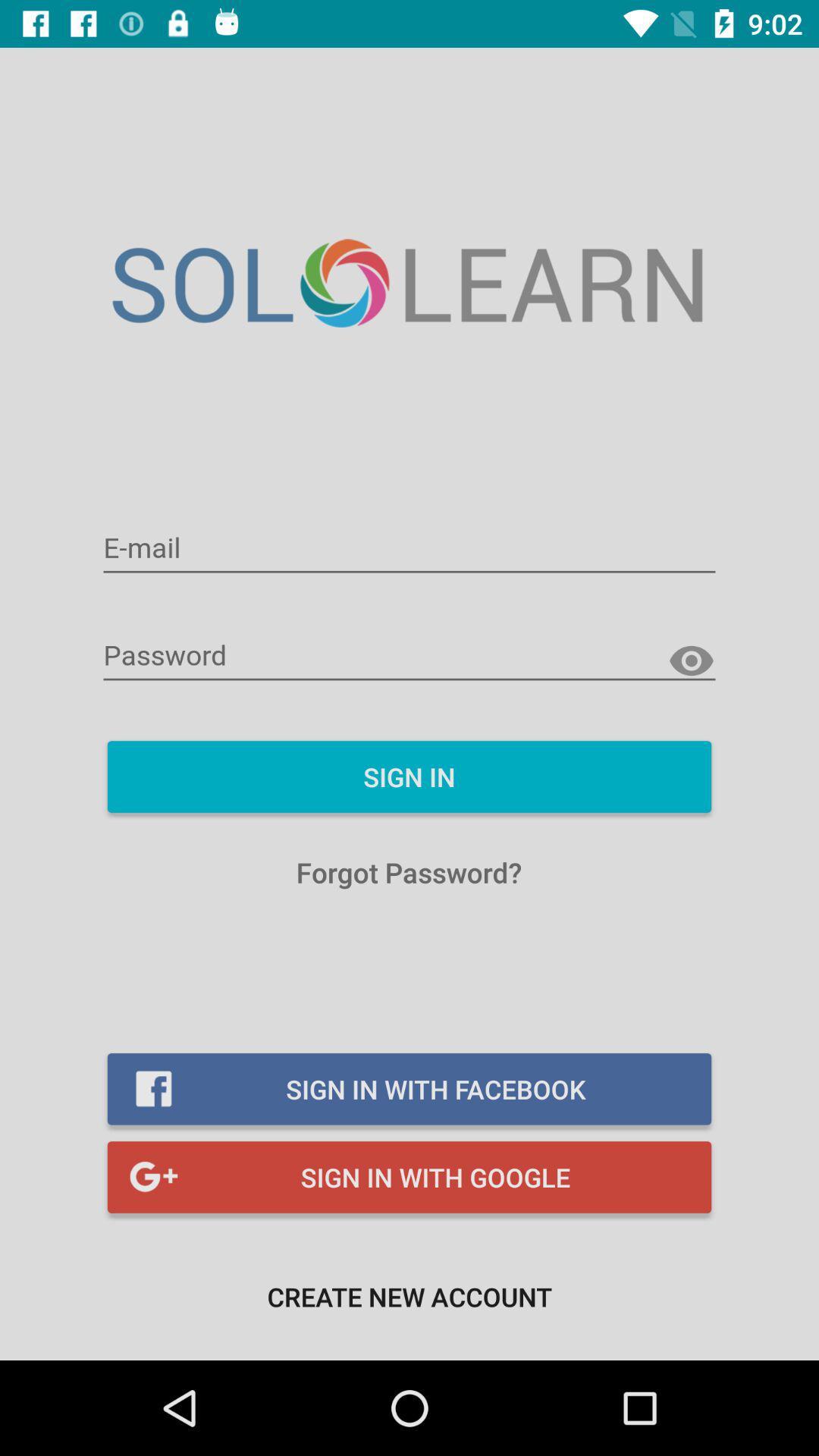  Describe the element at coordinates (691, 661) in the screenshot. I see `because back devicer` at that location.